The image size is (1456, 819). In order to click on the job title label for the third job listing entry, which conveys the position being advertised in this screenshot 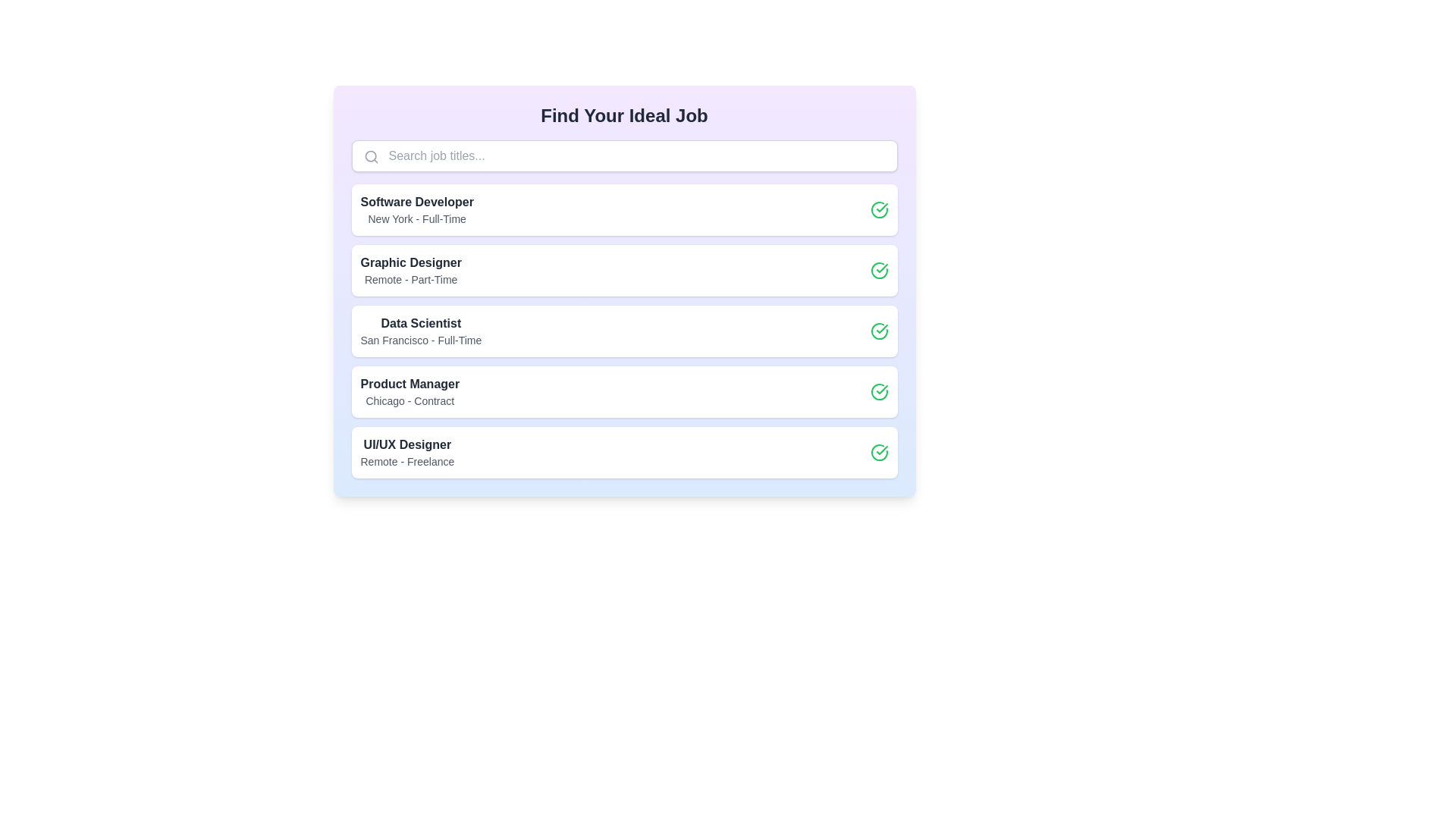, I will do `click(421, 323)`.